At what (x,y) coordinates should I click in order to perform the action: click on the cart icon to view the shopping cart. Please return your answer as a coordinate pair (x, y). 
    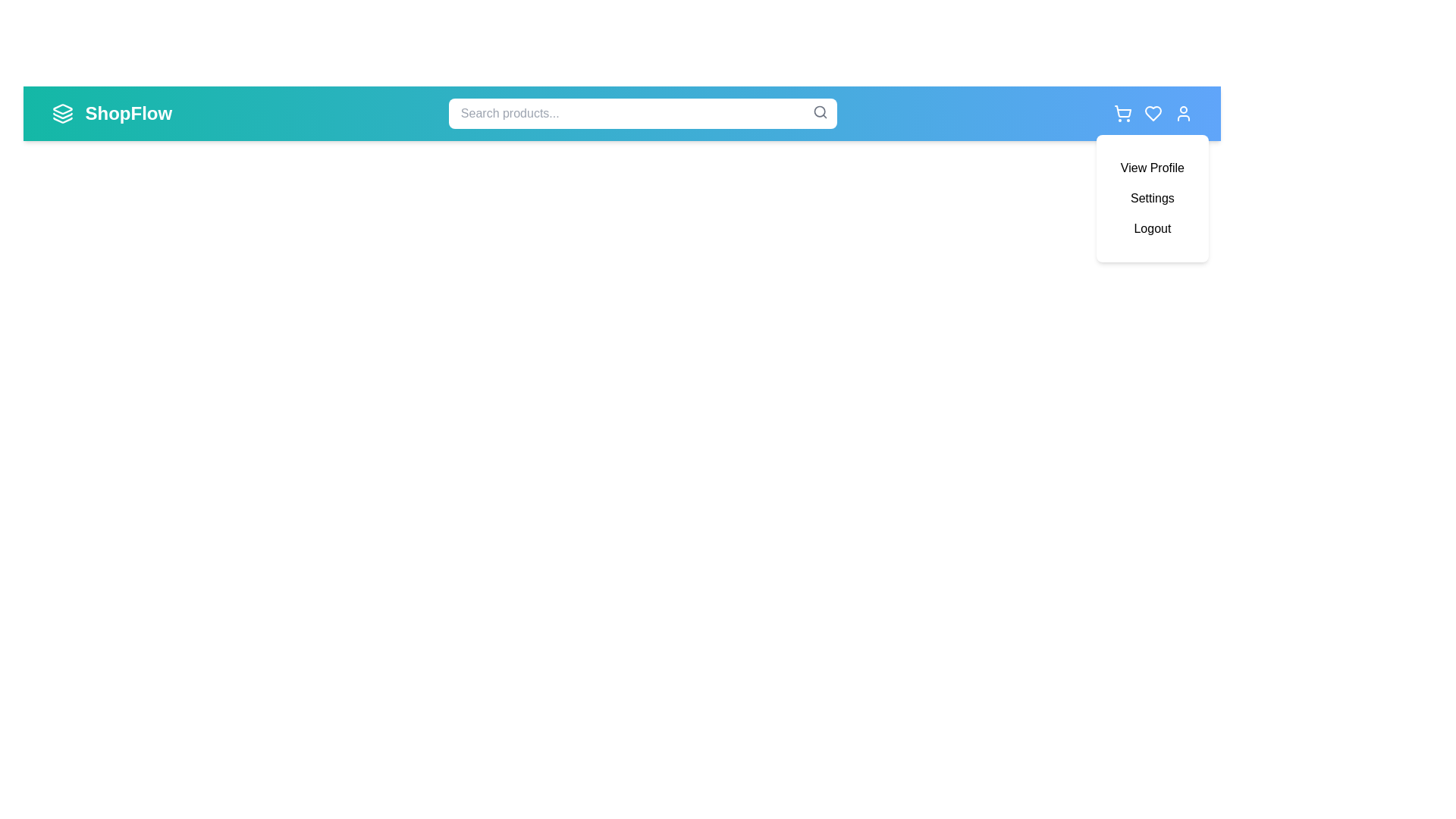
    Looking at the image, I should click on (1122, 113).